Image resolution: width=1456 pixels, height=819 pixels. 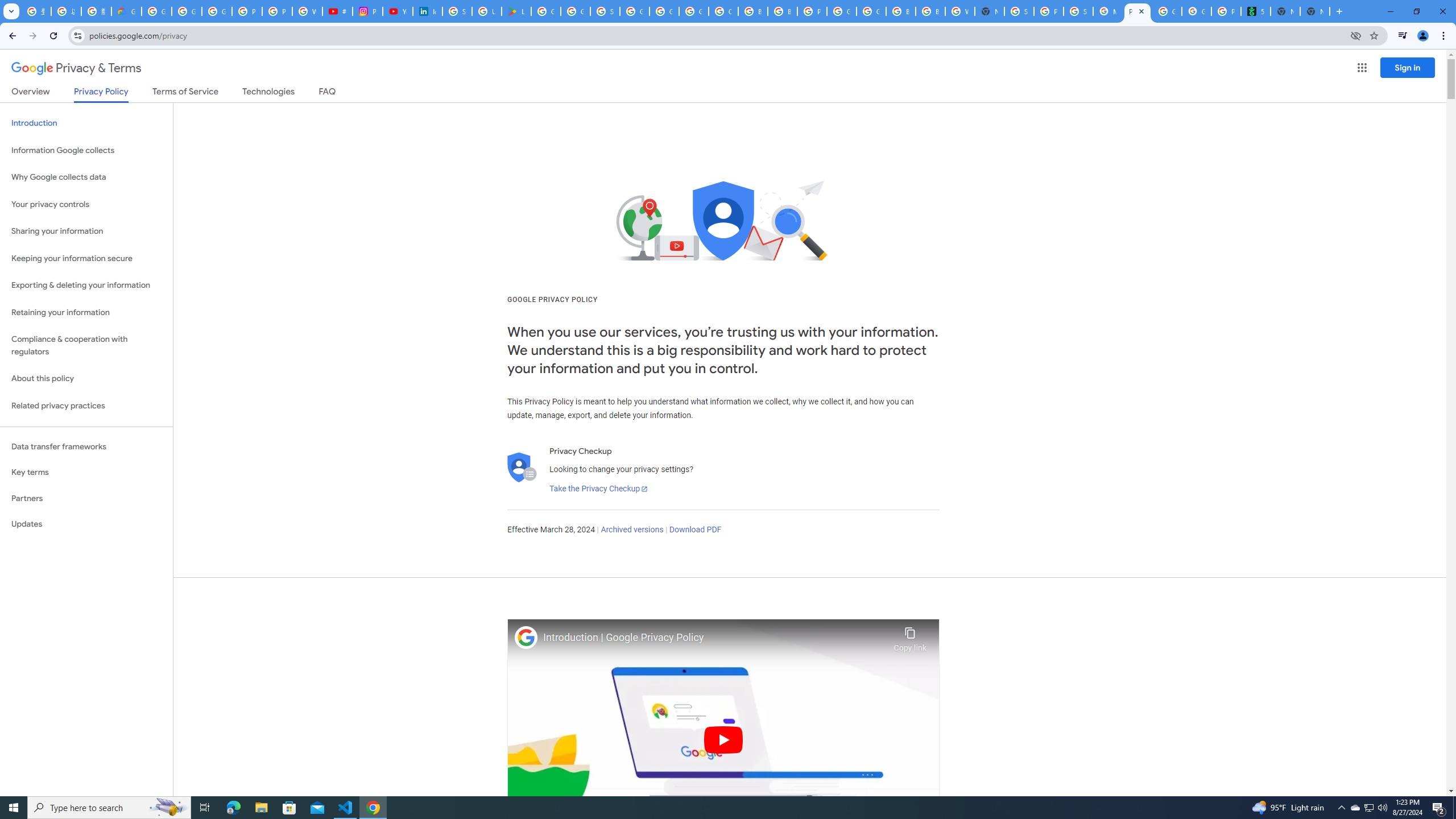 What do you see at coordinates (1314, 11) in the screenshot?
I see `'New Tab'` at bounding box center [1314, 11].